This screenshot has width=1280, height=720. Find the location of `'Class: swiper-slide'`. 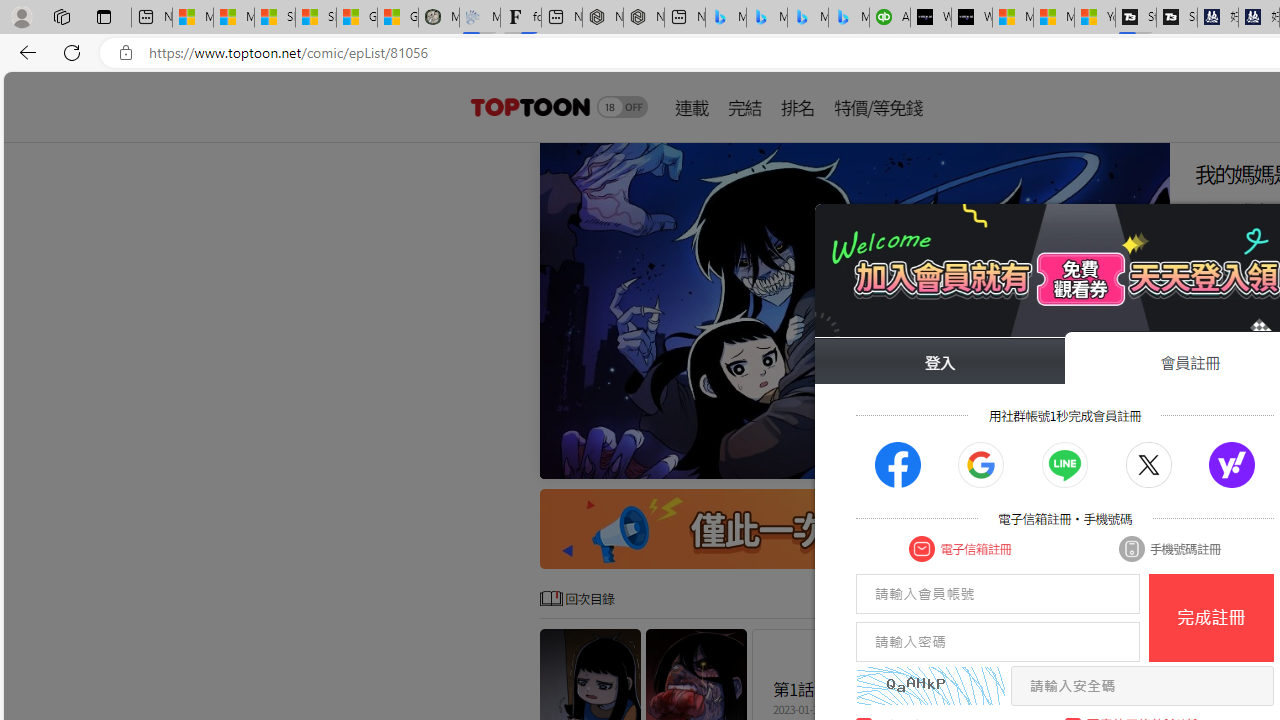

'Class: swiper-slide' is located at coordinates (855, 311).